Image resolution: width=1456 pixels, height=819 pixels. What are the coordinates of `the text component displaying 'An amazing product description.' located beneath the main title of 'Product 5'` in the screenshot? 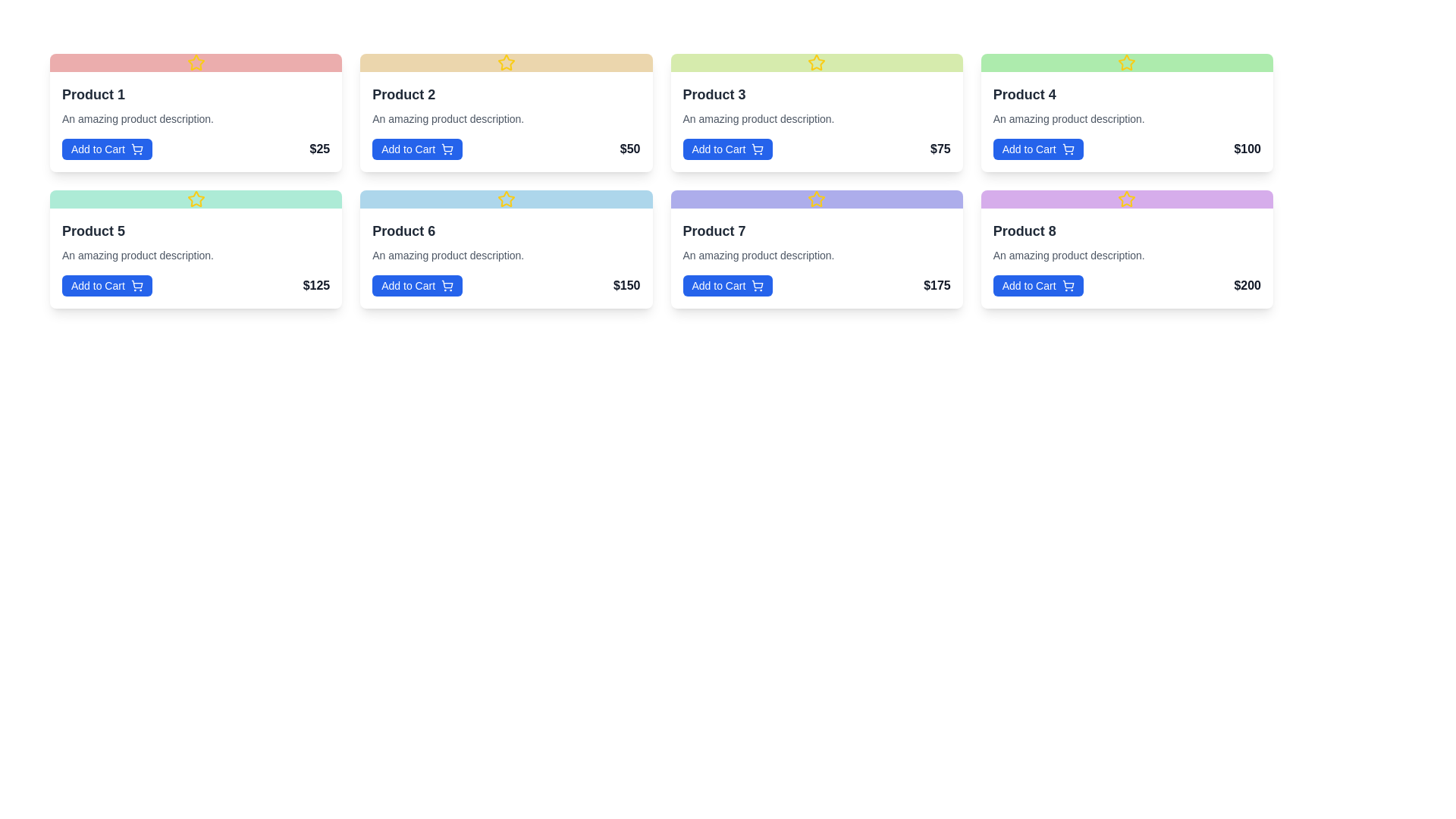 It's located at (138, 254).